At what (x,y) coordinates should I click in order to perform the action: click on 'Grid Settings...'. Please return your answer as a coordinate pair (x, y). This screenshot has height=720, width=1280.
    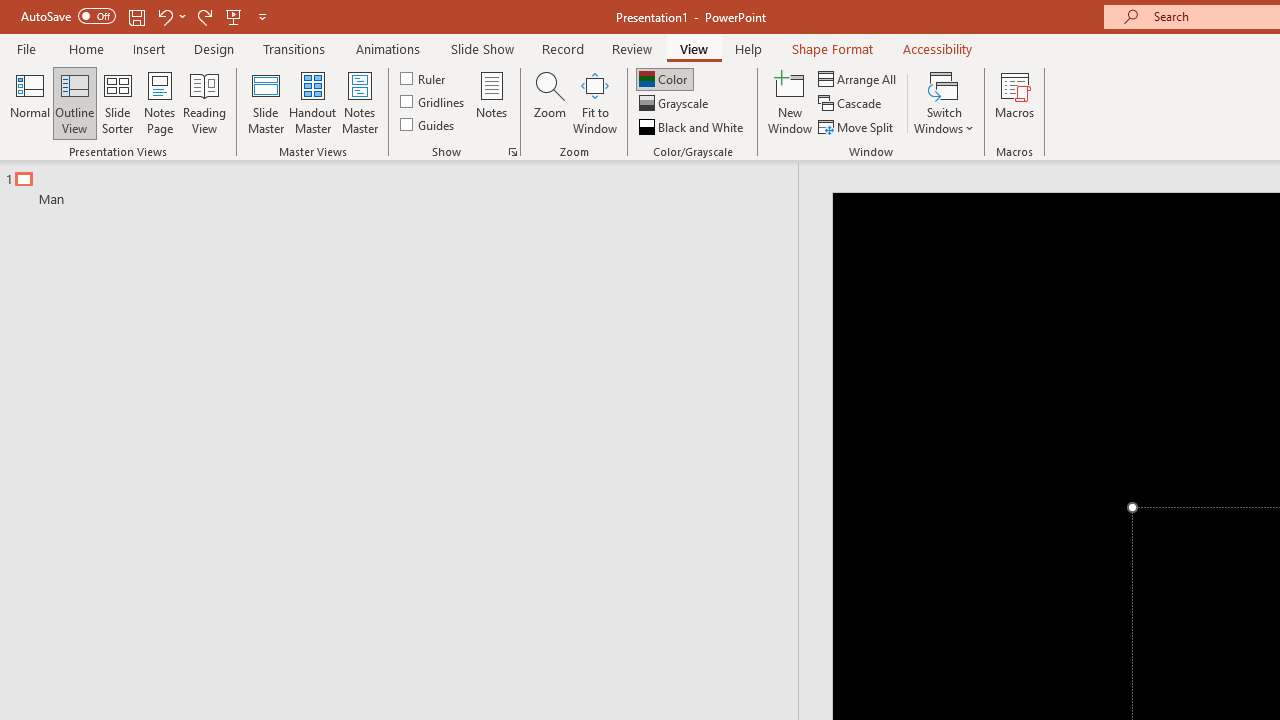
    Looking at the image, I should click on (513, 150).